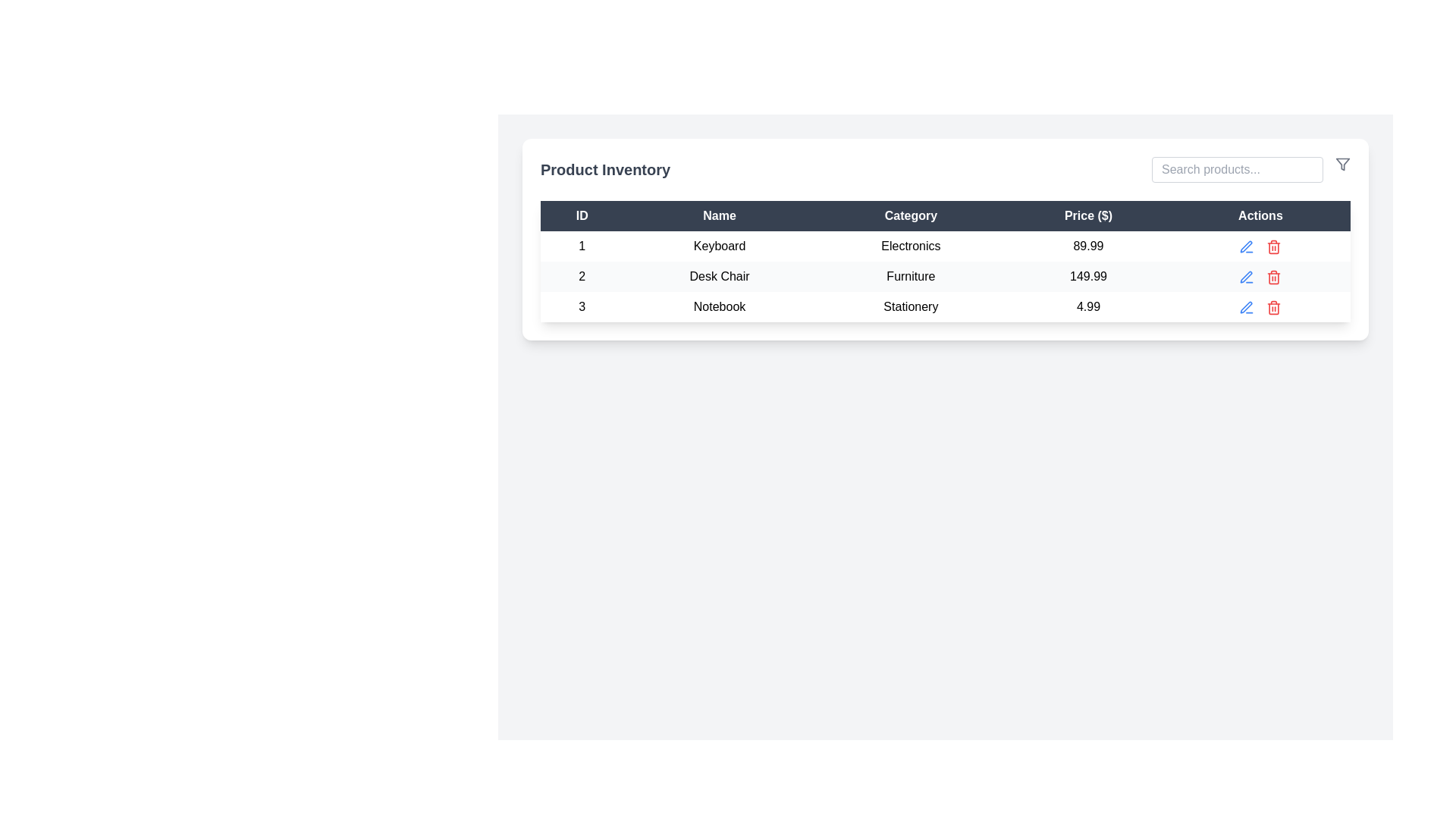 The width and height of the screenshot is (1456, 819). What do you see at coordinates (910, 277) in the screenshot?
I see `the static text label displaying 'Furniture', which is positioned in the third column of the second row in the table, adjacent to 'Desk Chair' on the left and '149.99' on the right` at bounding box center [910, 277].